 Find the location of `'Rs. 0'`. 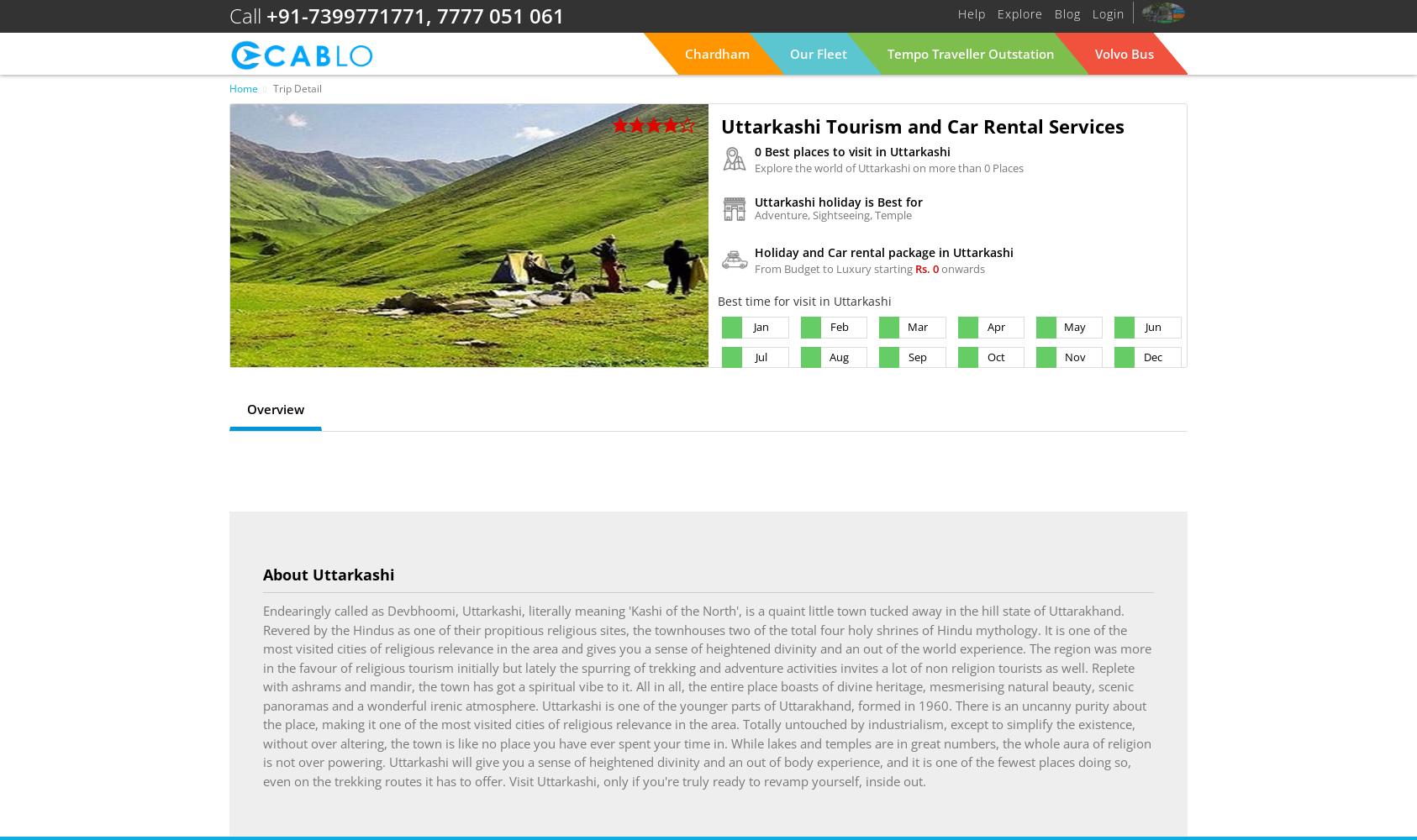

'Rs. 0' is located at coordinates (928, 268).